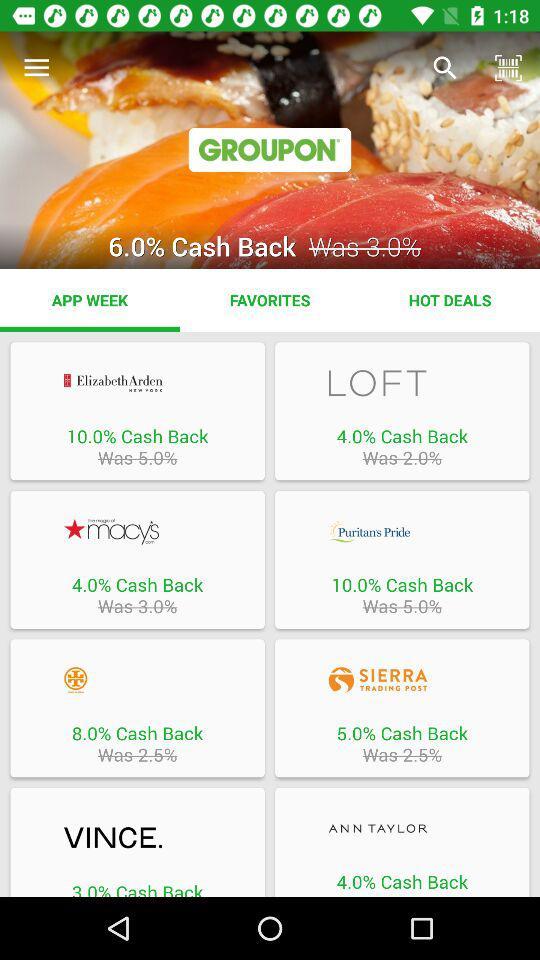 The height and width of the screenshot is (960, 540). What do you see at coordinates (136, 382) in the screenshot?
I see `this item button` at bounding box center [136, 382].